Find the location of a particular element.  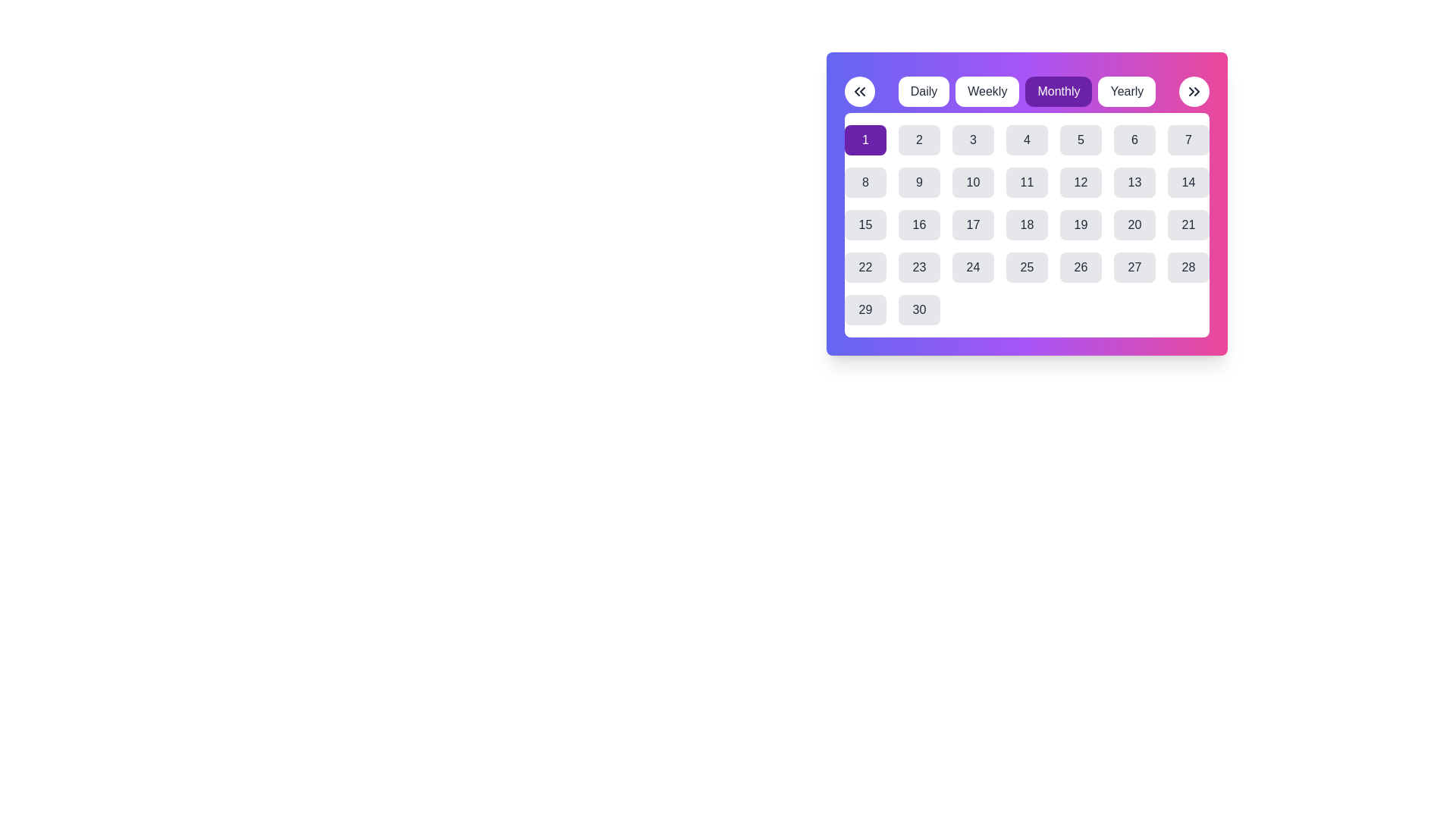

the button displaying the text '6', located in the first row and sixth column of the grid layout is located at coordinates (1134, 140).